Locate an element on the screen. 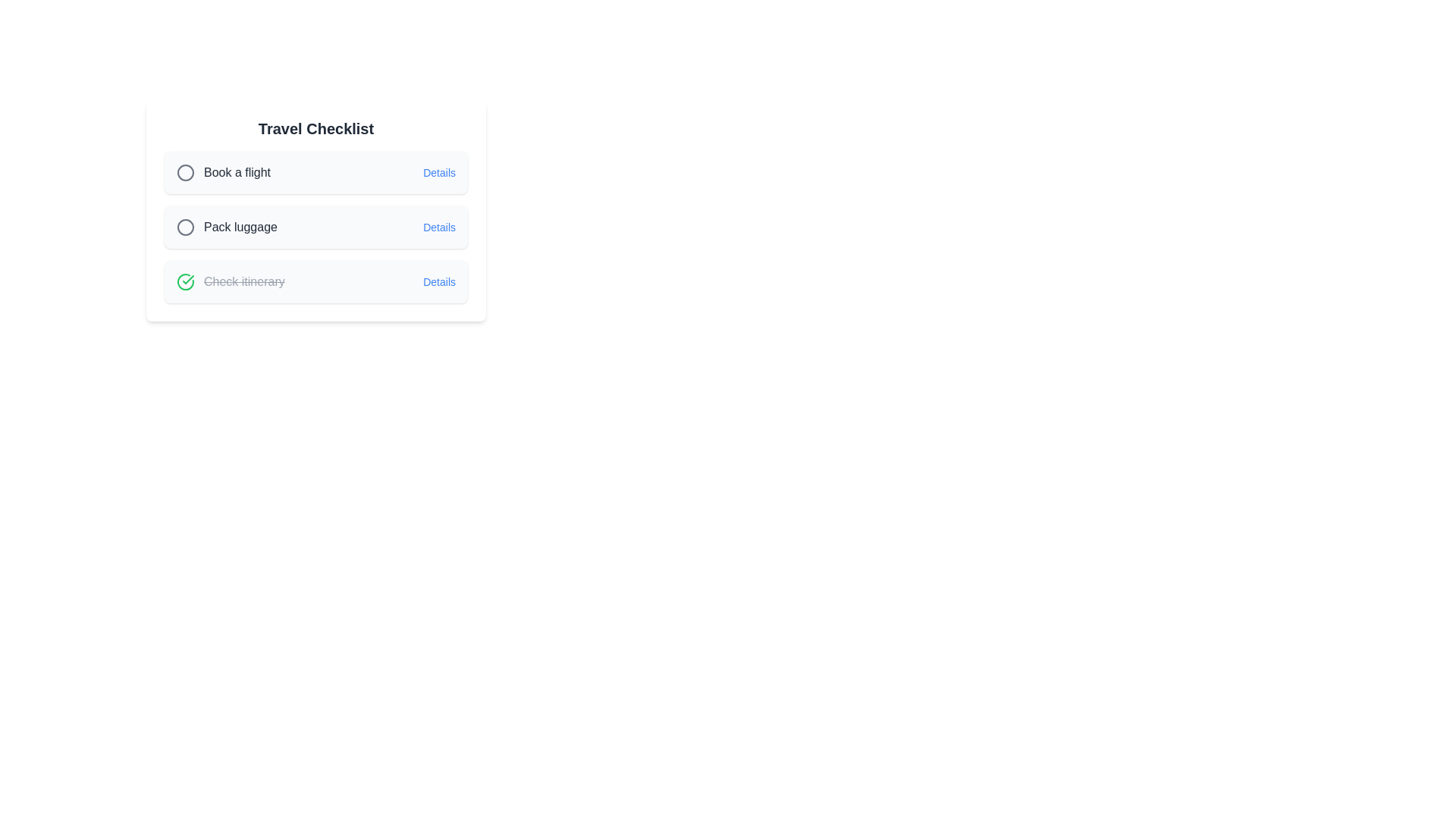 The height and width of the screenshot is (819, 1456). the blue text labeled 'Details' which is located on the right side of the second row in a vertical checklist, aligned with 'Pack luggage' is located at coordinates (438, 227).